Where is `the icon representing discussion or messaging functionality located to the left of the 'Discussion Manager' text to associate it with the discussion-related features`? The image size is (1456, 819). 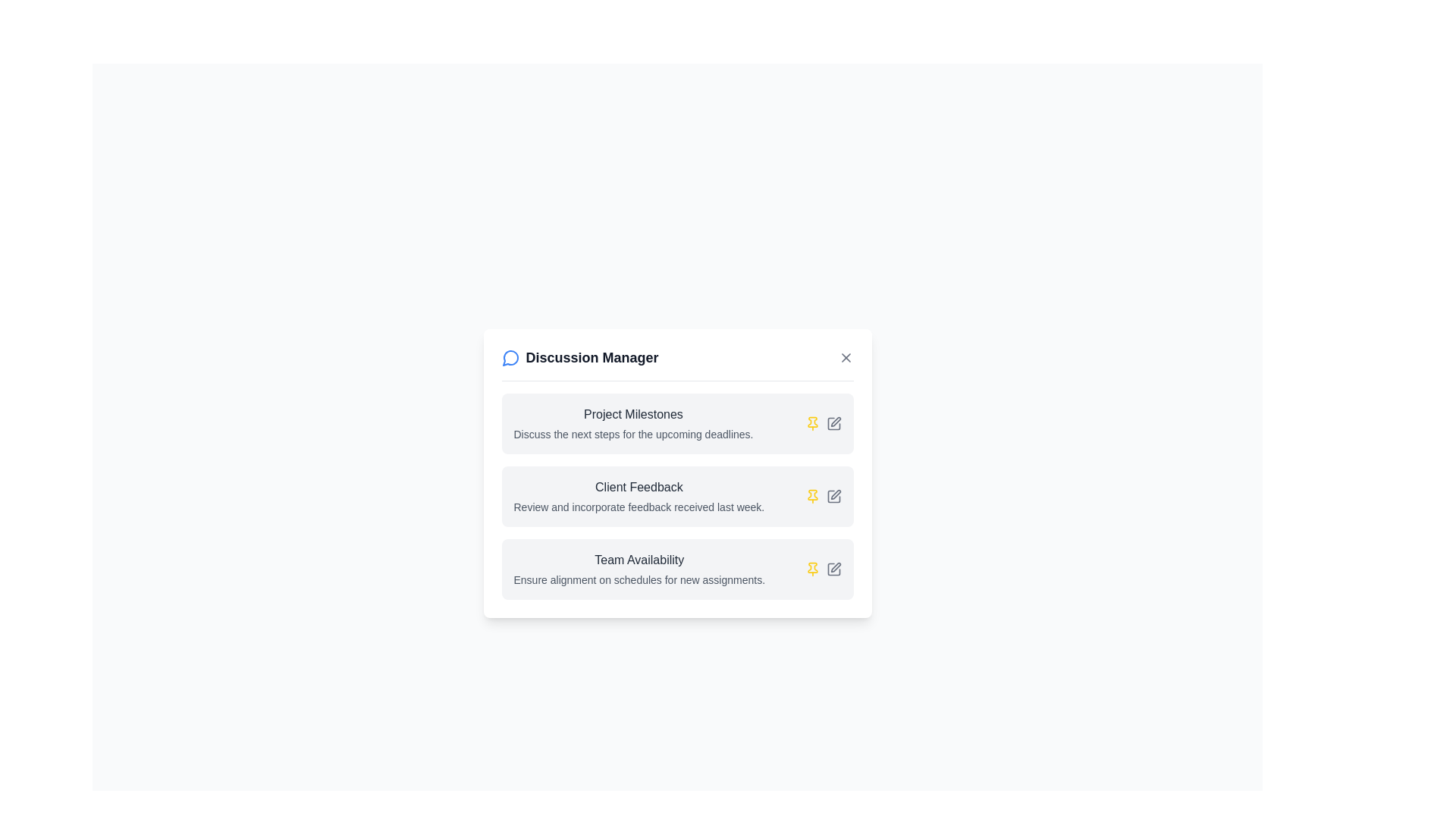 the icon representing discussion or messaging functionality located to the left of the 'Discussion Manager' text to associate it with the discussion-related features is located at coordinates (510, 357).